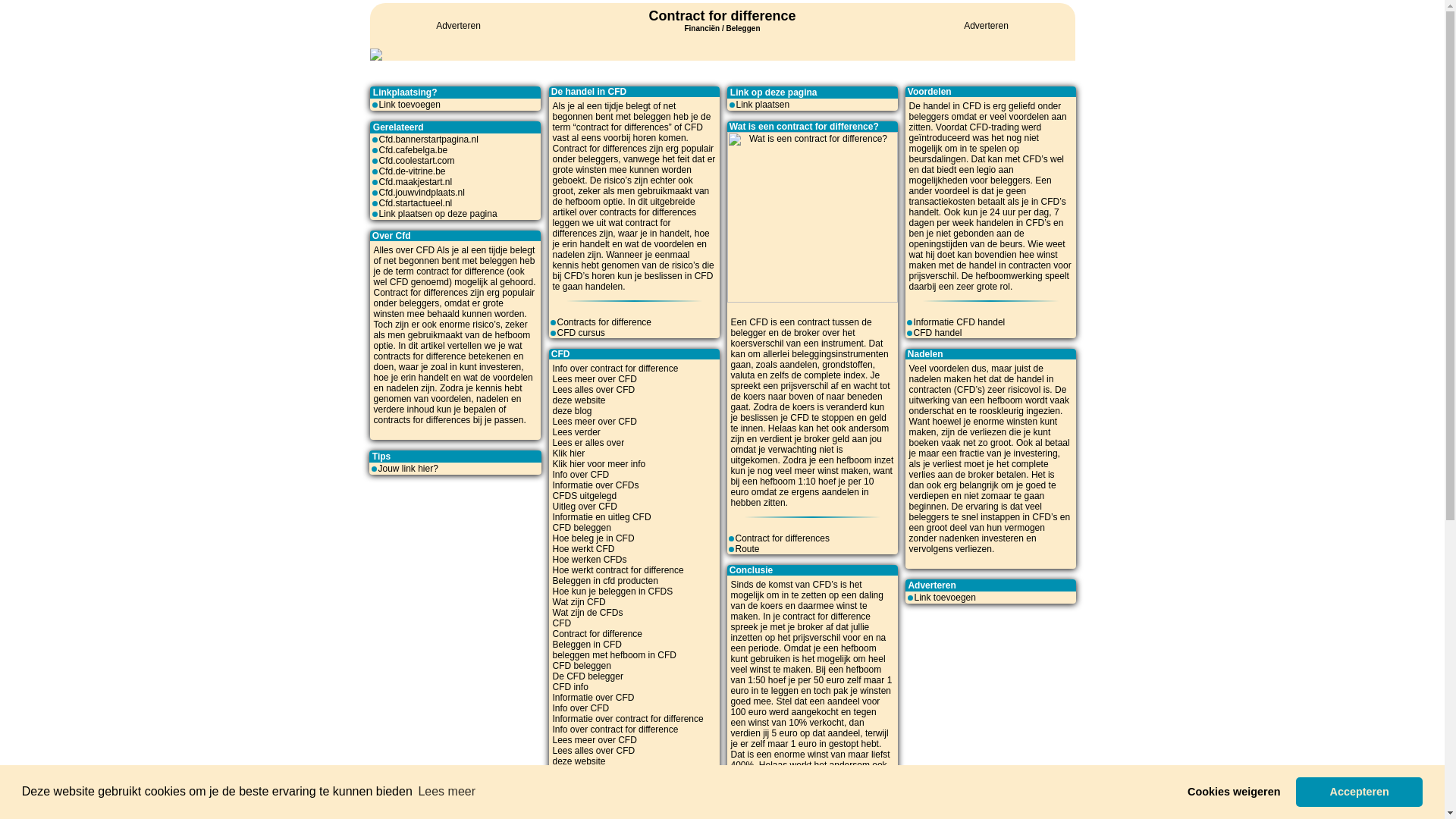 Image resolution: width=1456 pixels, height=819 pixels. Describe the element at coordinates (551, 473) in the screenshot. I see `'Info over CFD'` at that location.